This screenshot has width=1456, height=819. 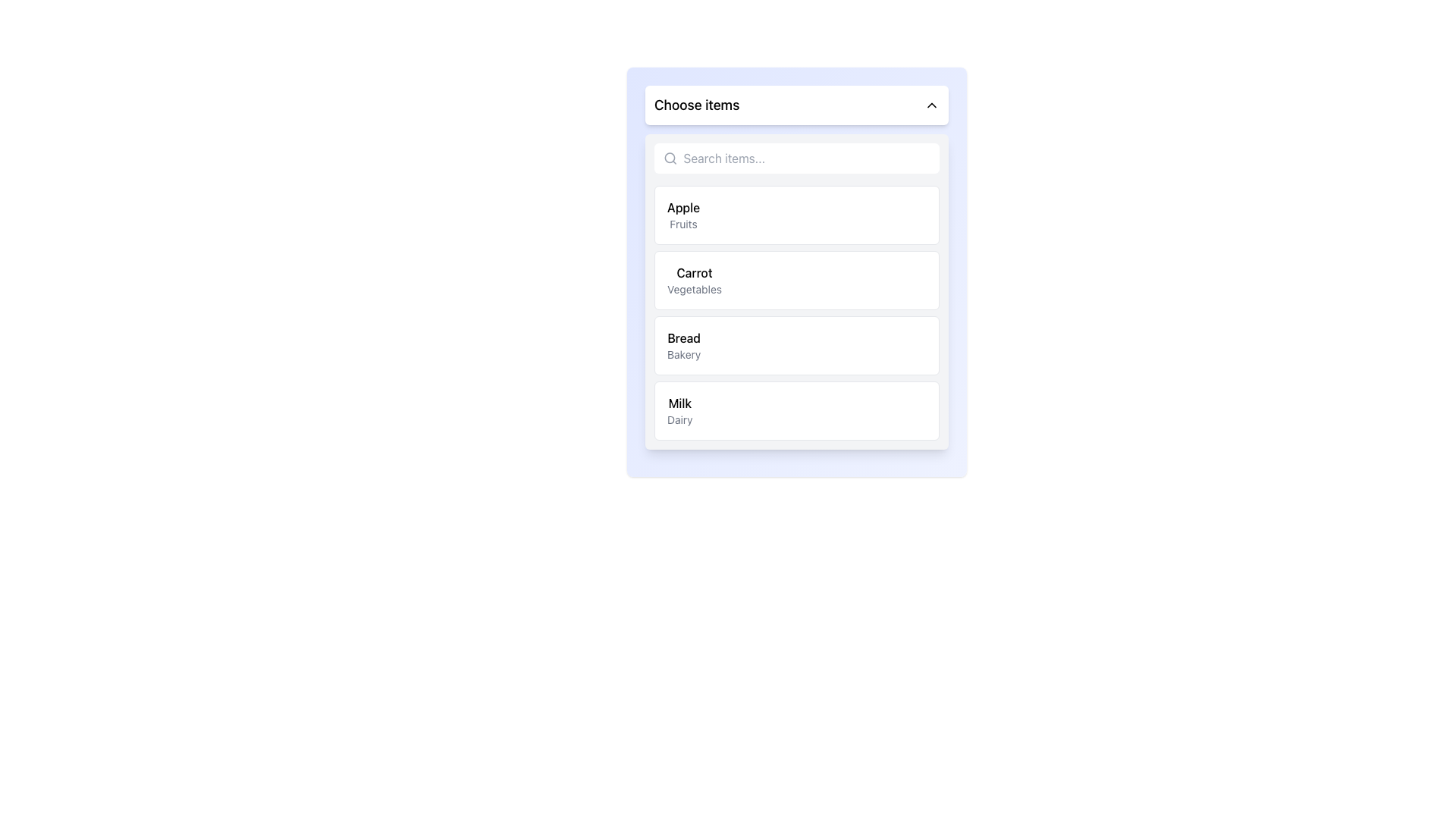 What do you see at coordinates (930, 104) in the screenshot?
I see `the upward-pointing arrow button located at the top-right corner of the 'Choose items' header bar` at bounding box center [930, 104].